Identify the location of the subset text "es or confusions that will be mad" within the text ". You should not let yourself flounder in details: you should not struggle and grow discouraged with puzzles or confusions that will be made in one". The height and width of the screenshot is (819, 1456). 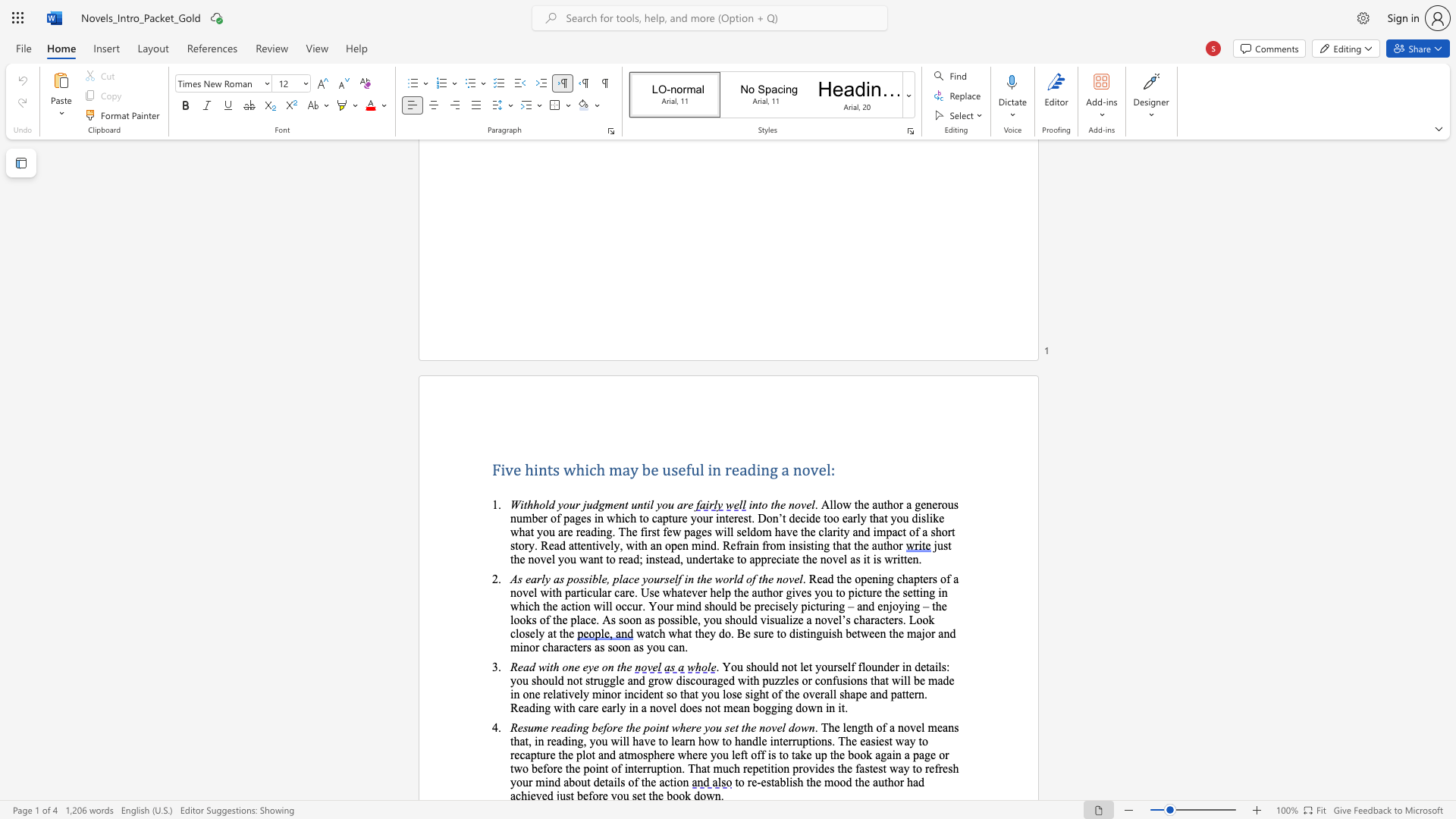
(789, 679).